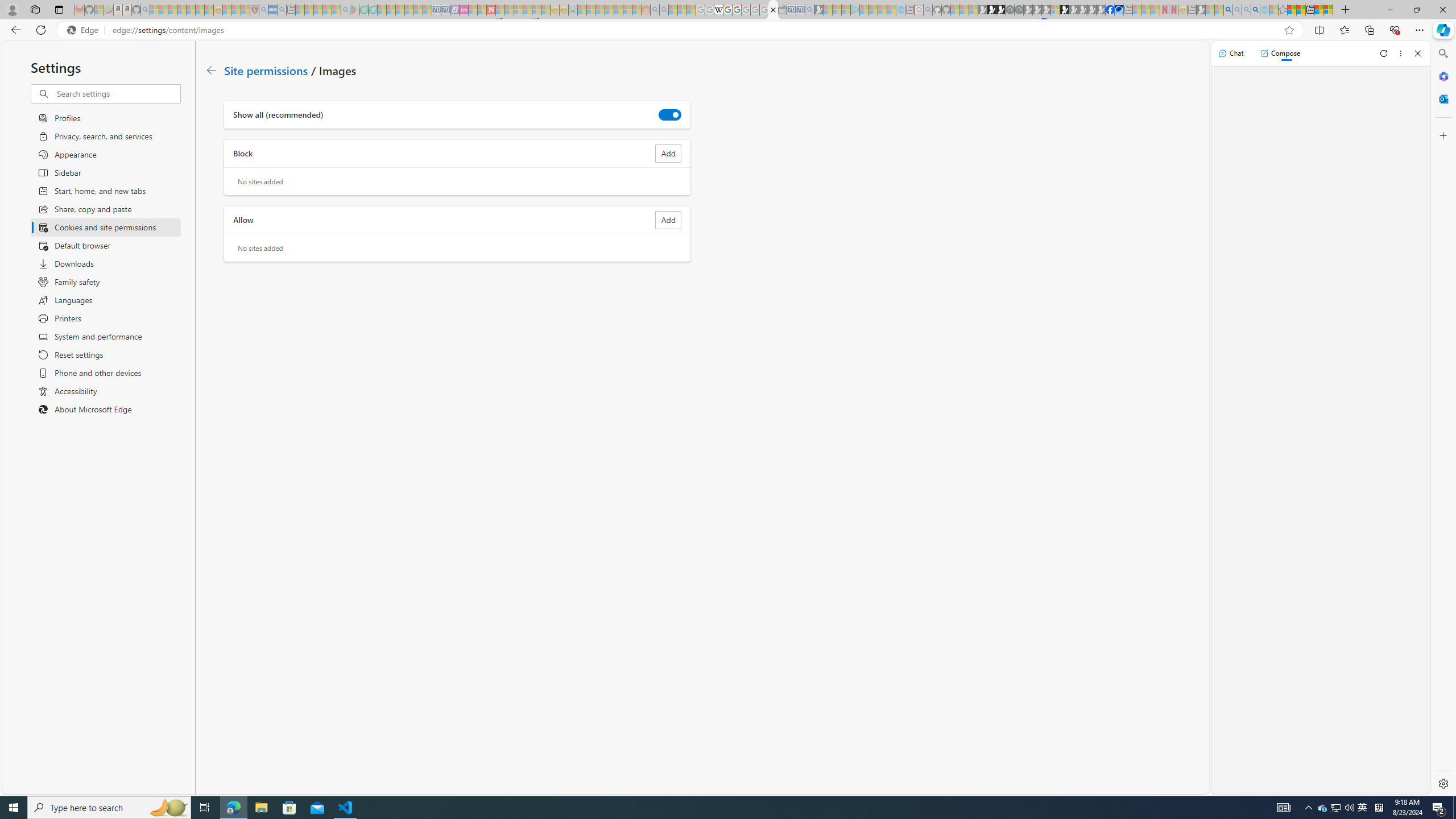 This screenshot has height=819, width=1456. What do you see at coordinates (1228, 9) in the screenshot?
I see `'Bing AI - Search'` at bounding box center [1228, 9].